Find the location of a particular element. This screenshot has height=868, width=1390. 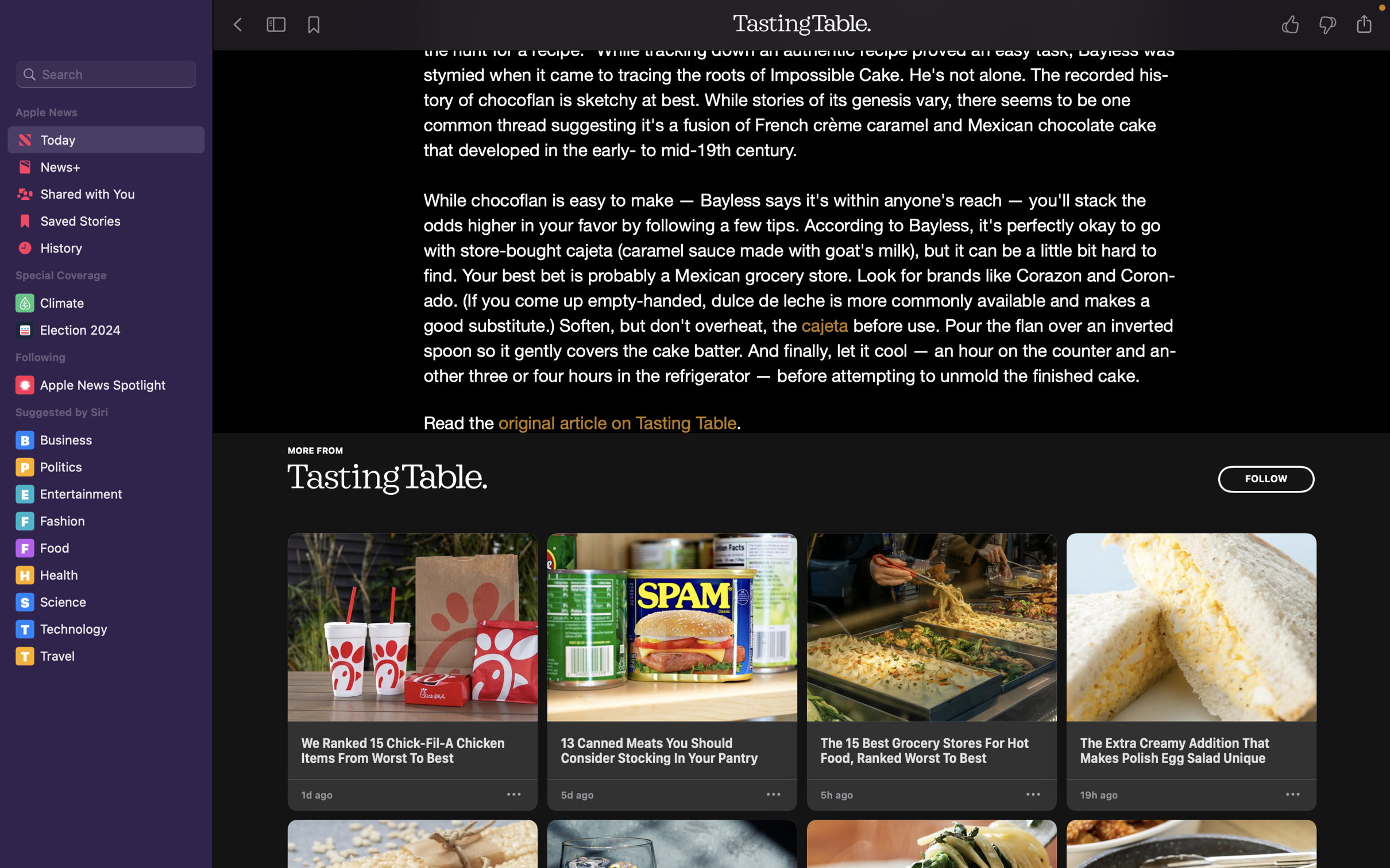

Share the current story to Twitter is located at coordinates (1368, 24).